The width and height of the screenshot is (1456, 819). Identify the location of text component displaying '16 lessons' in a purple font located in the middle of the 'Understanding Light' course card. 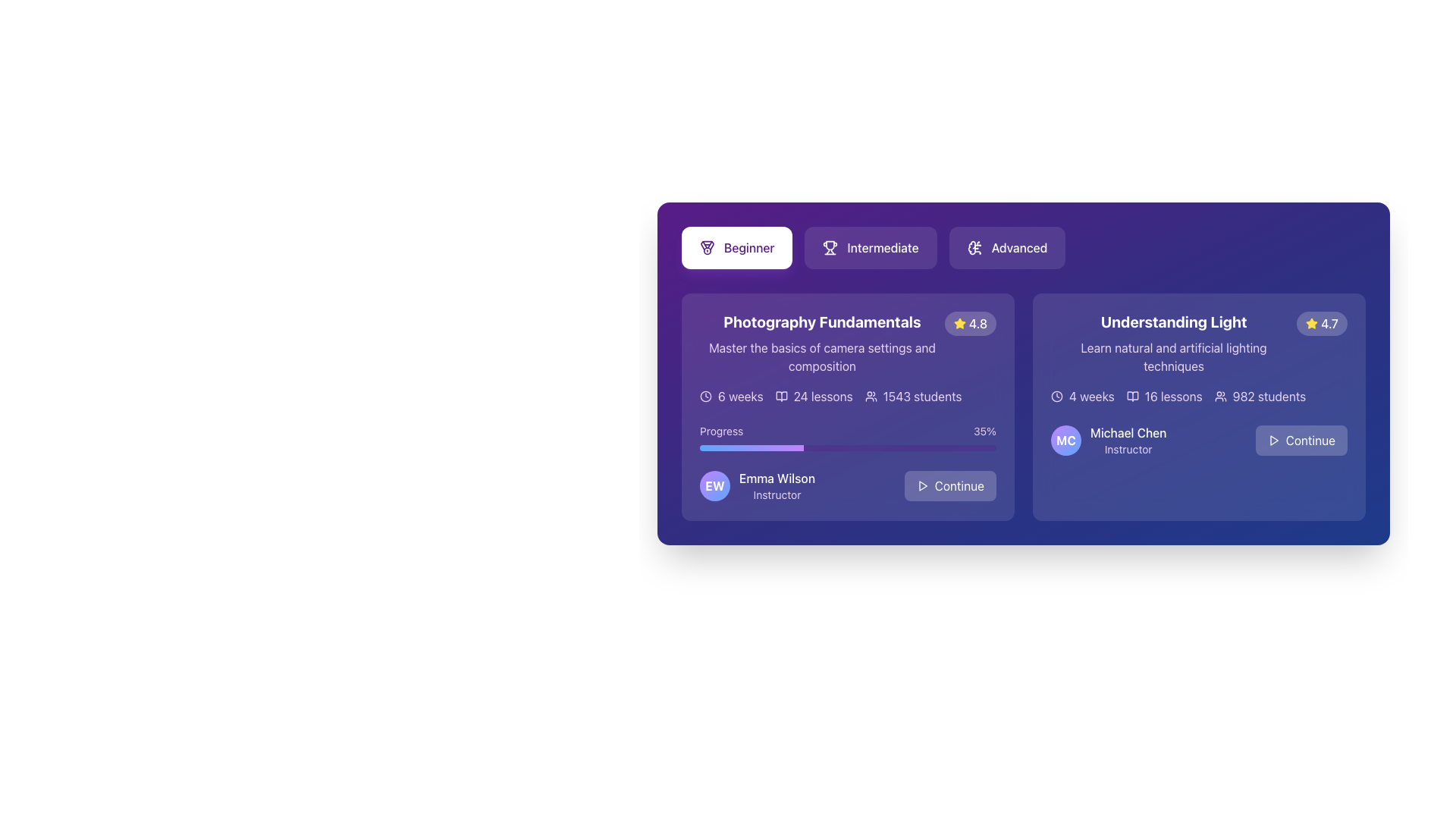
(1172, 396).